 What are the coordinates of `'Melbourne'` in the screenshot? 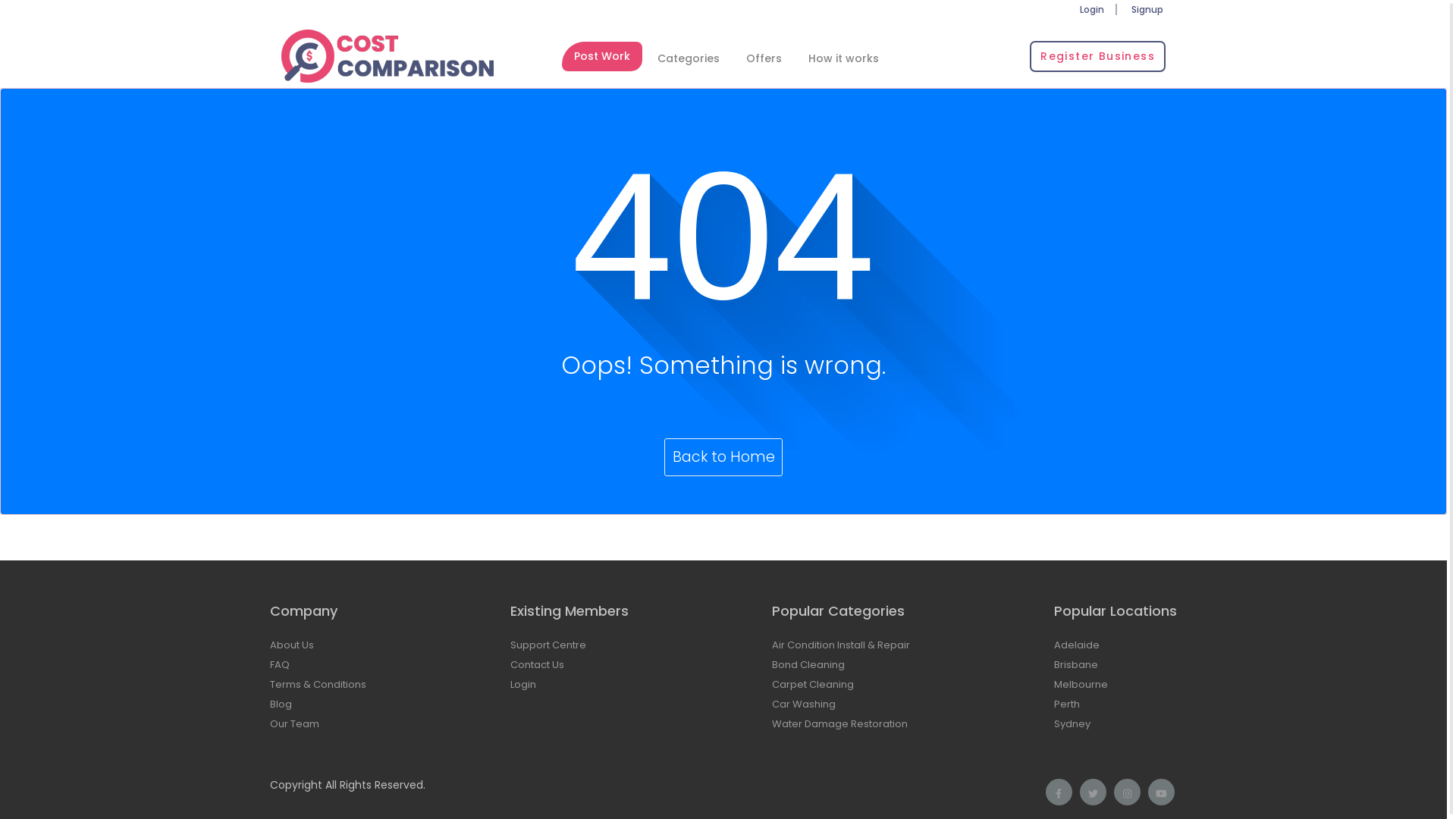 It's located at (1053, 684).